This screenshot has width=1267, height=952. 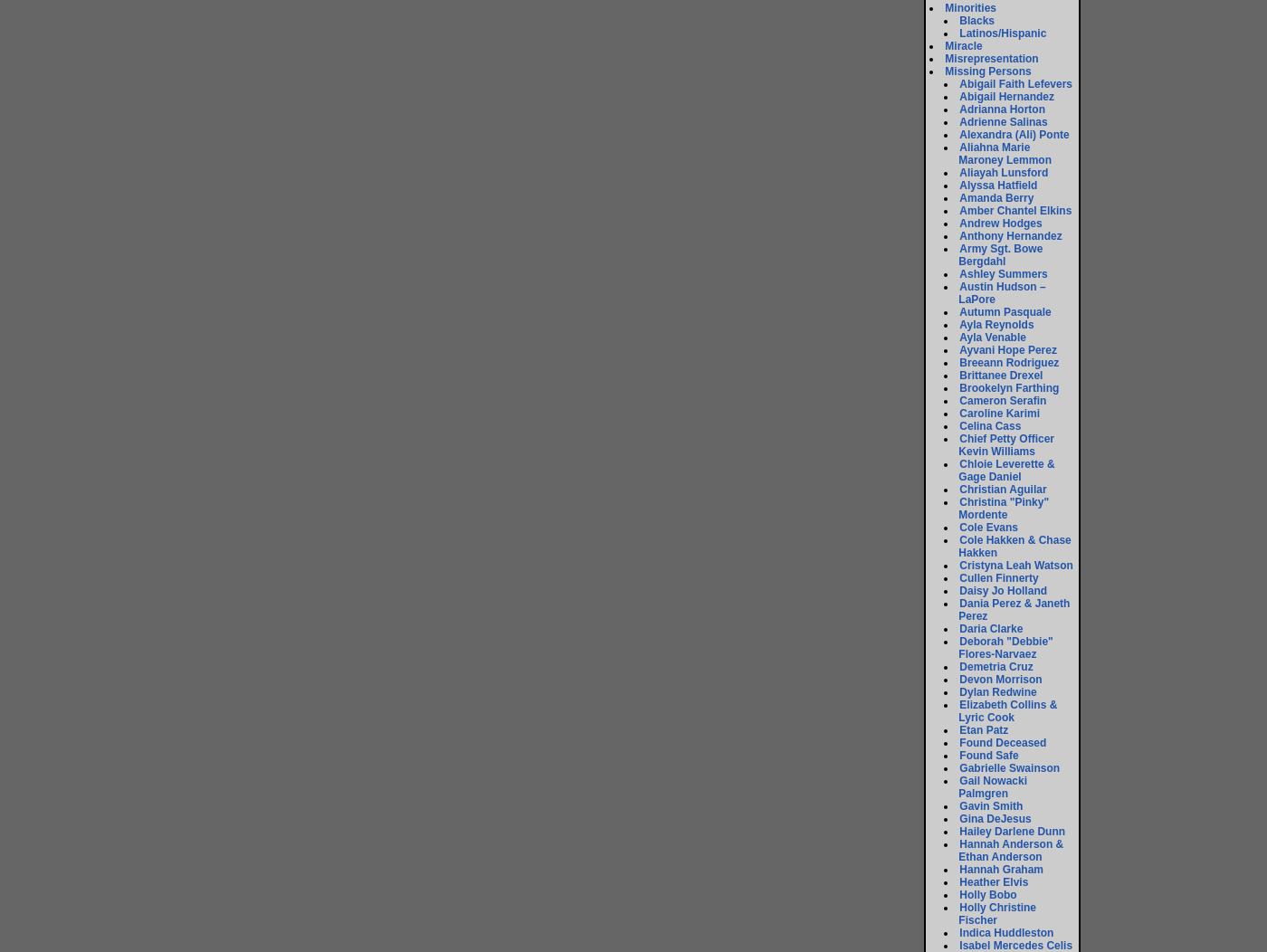 I want to click on 'Daria Clarke', so click(x=990, y=627).